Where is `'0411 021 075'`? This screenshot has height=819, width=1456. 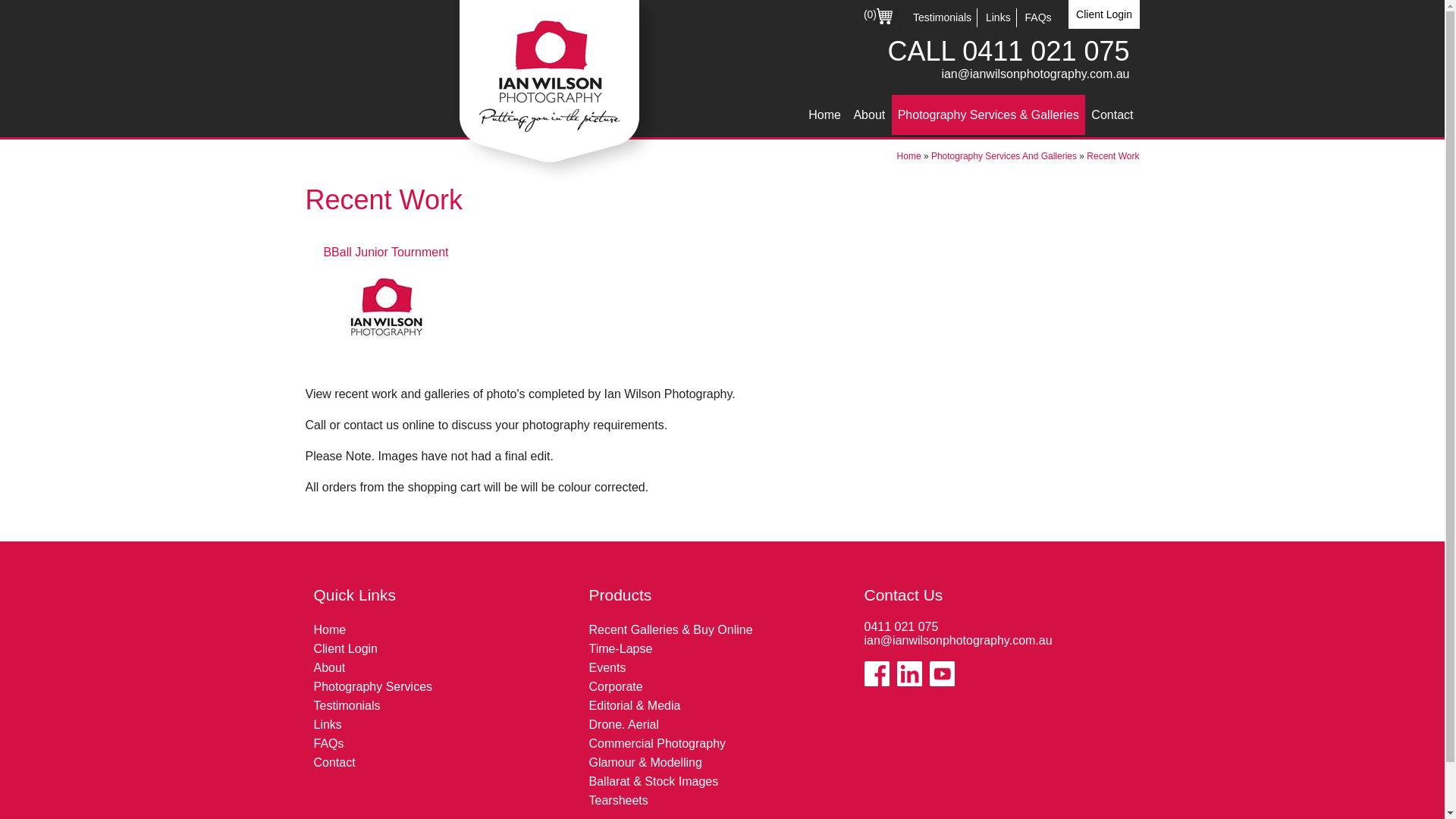
'0411 021 075' is located at coordinates (961, 50).